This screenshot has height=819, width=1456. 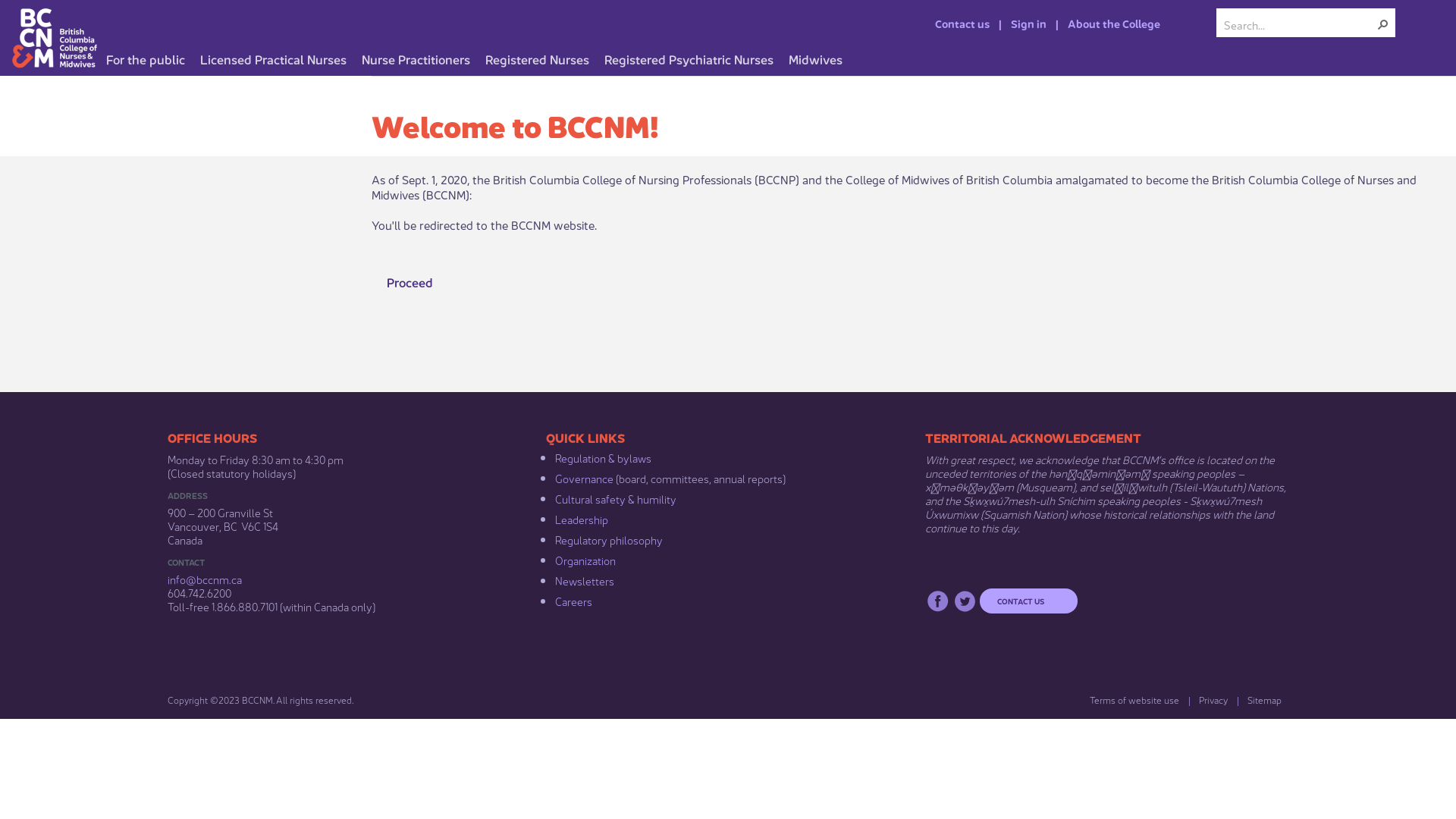 I want to click on 'Leadership', so click(x=581, y=517).